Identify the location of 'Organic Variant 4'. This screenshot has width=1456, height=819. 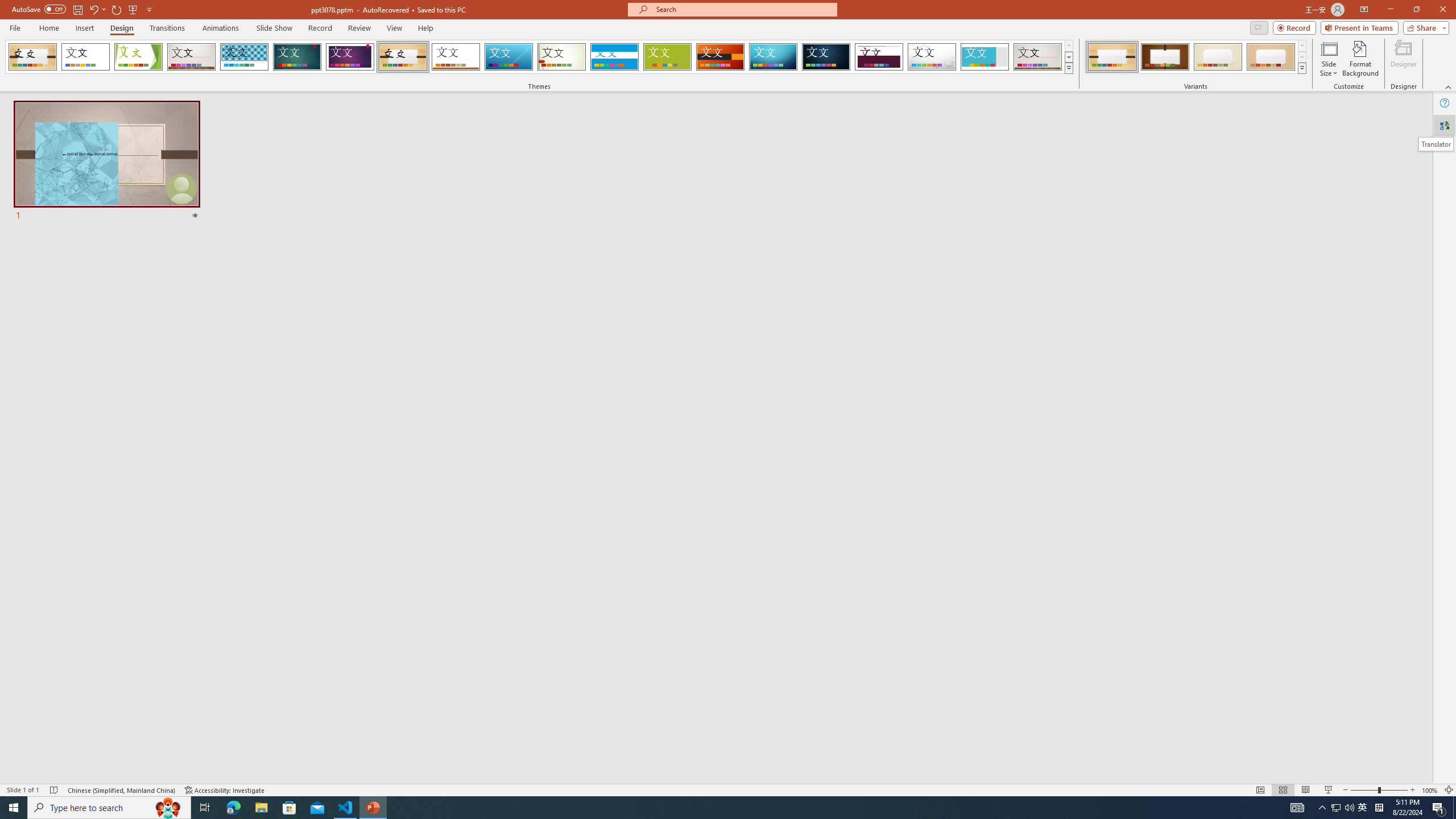
(1270, 56).